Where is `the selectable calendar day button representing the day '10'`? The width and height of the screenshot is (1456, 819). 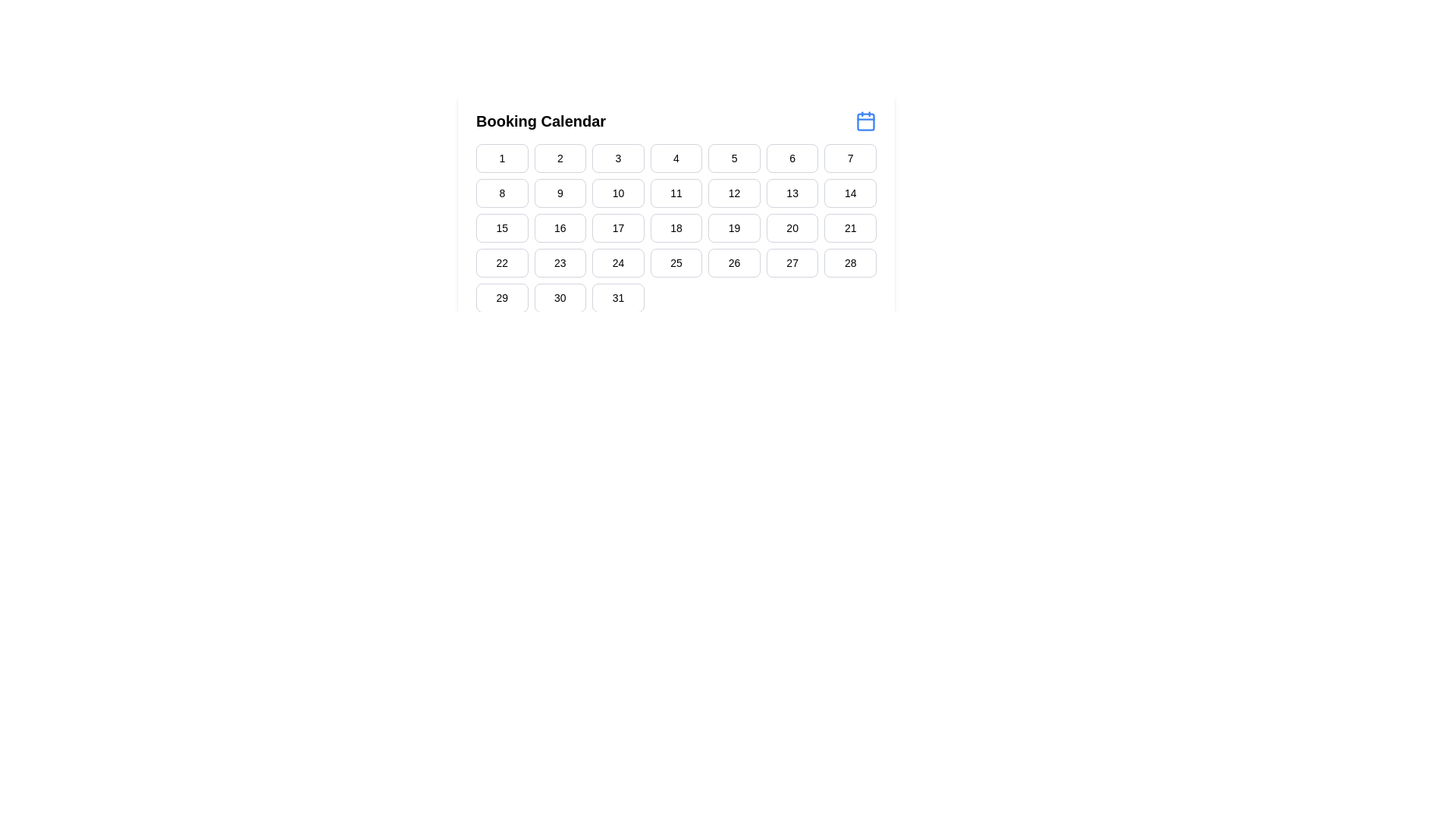
the selectable calendar day button representing the day '10' is located at coordinates (618, 192).